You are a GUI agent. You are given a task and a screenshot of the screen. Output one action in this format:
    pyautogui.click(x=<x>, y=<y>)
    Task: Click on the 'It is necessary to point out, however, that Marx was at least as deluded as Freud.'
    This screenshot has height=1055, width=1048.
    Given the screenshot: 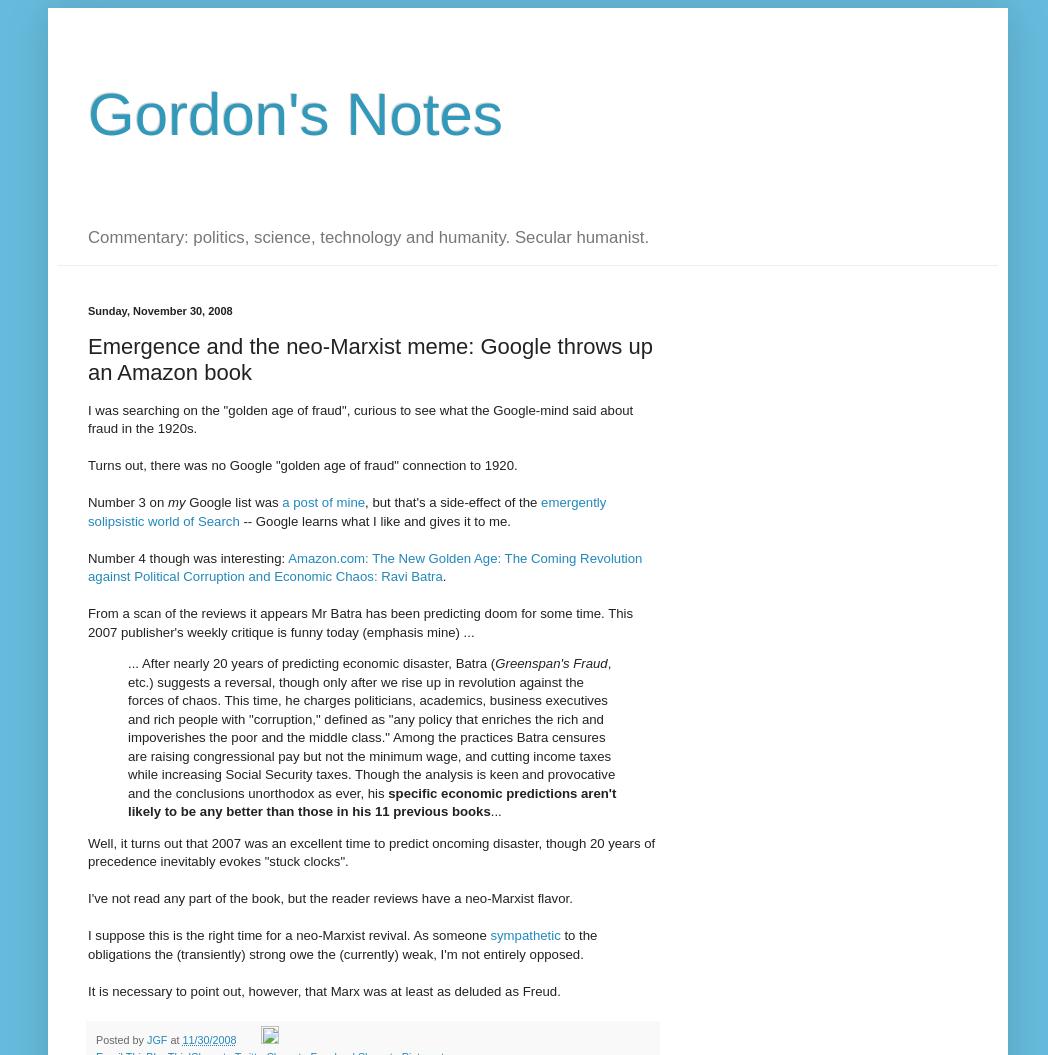 What is the action you would take?
    pyautogui.click(x=87, y=990)
    